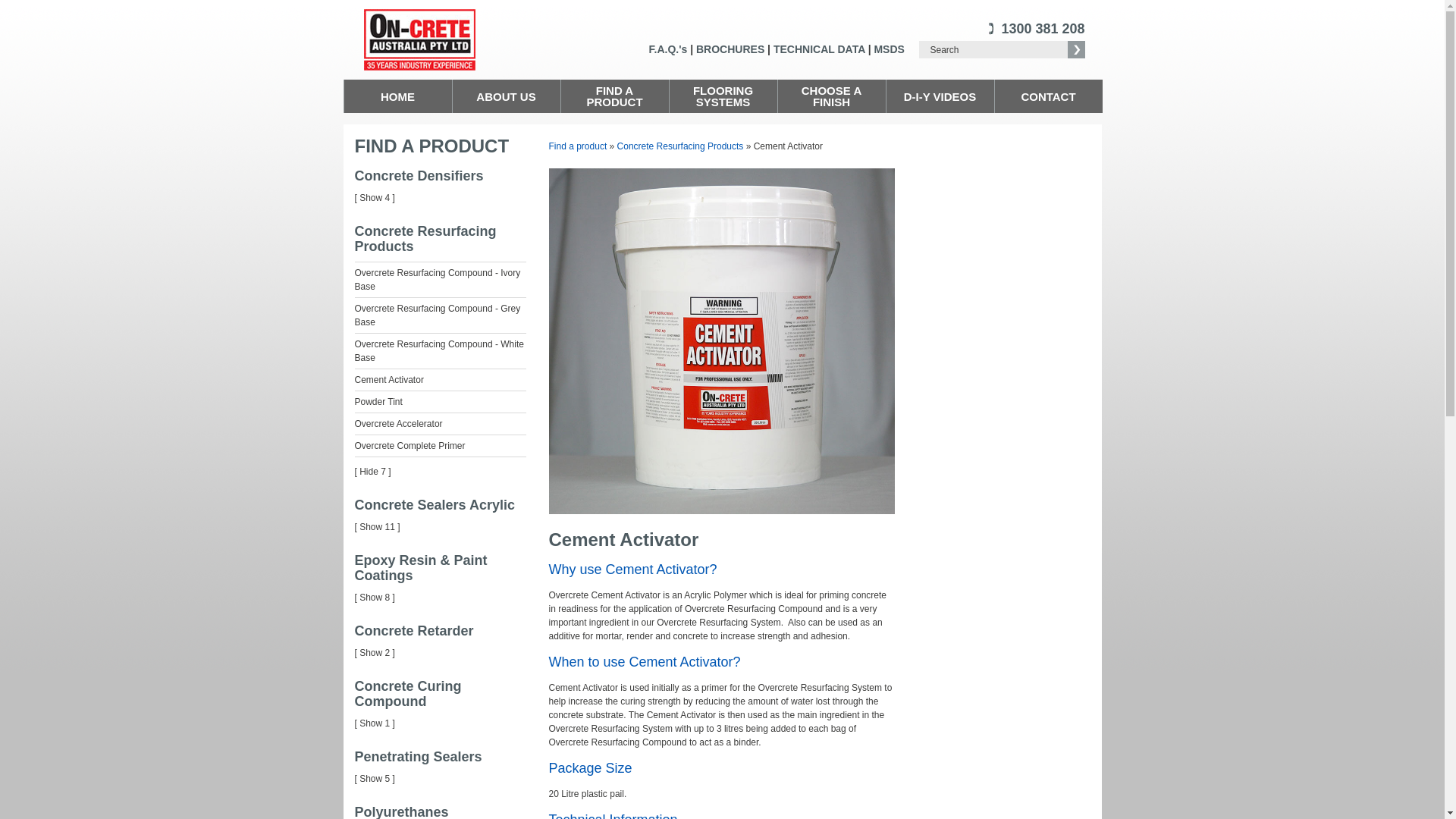 The image size is (1456, 819). I want to click on 'FLOORING SYSTEMS', so click(668, 96).